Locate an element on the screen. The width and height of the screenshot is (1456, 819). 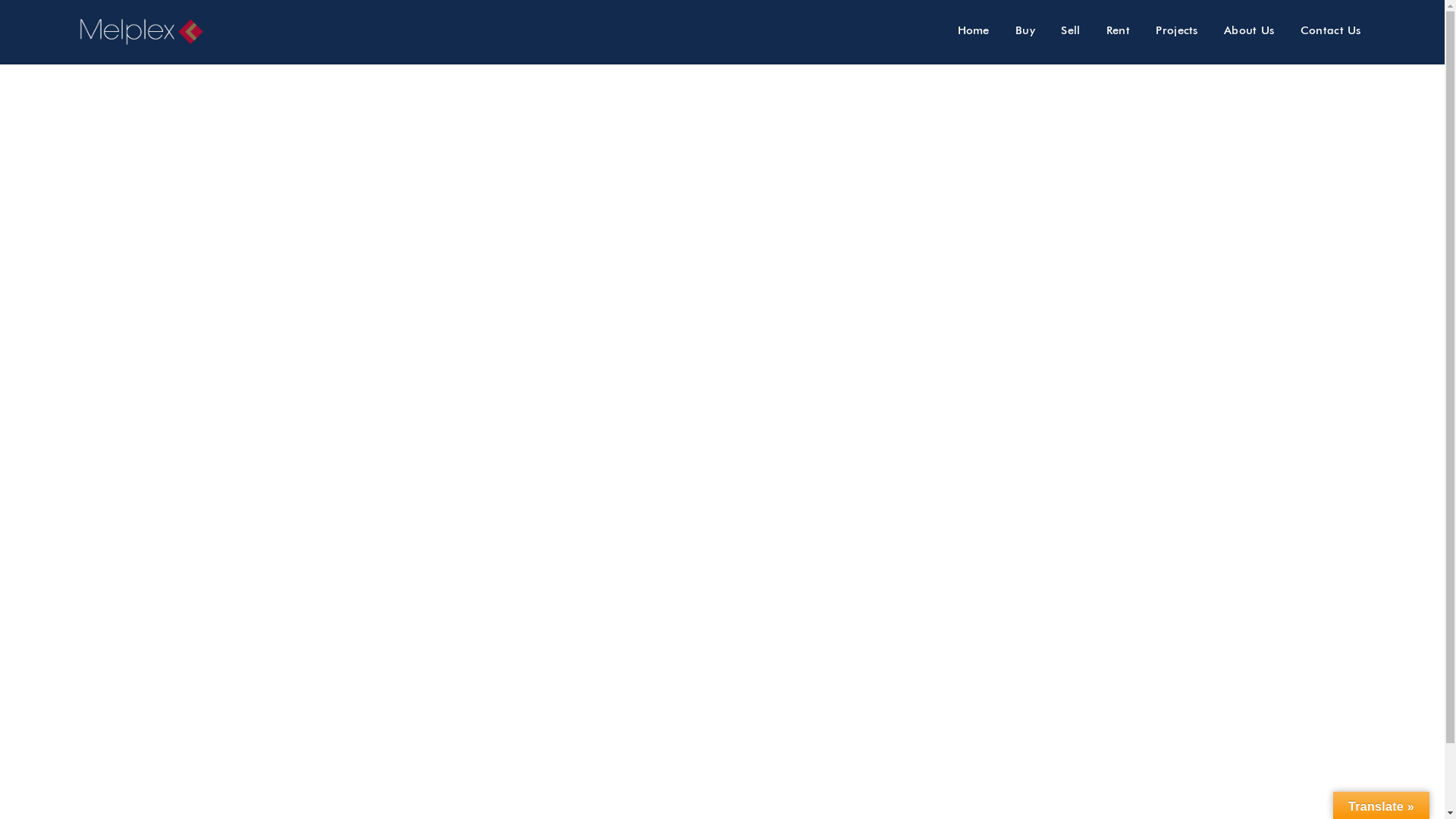
'Home' is located at coordinates (946, 30).